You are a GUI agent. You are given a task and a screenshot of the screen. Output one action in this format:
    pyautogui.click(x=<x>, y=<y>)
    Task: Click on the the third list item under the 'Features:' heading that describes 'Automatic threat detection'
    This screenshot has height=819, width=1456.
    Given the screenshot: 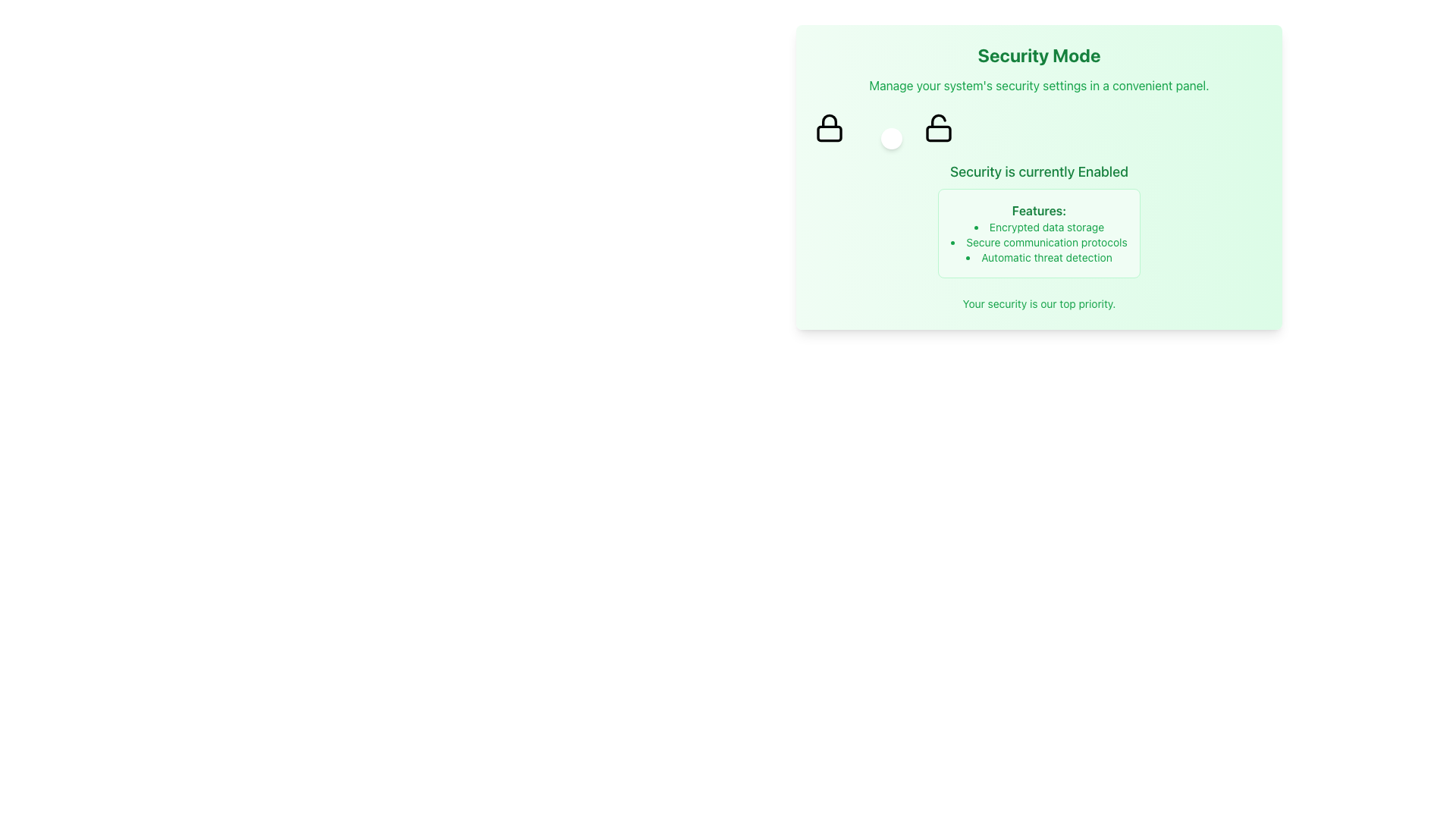 What is the action you would take?
    pyautogui.click(x=1038, y=256)
    